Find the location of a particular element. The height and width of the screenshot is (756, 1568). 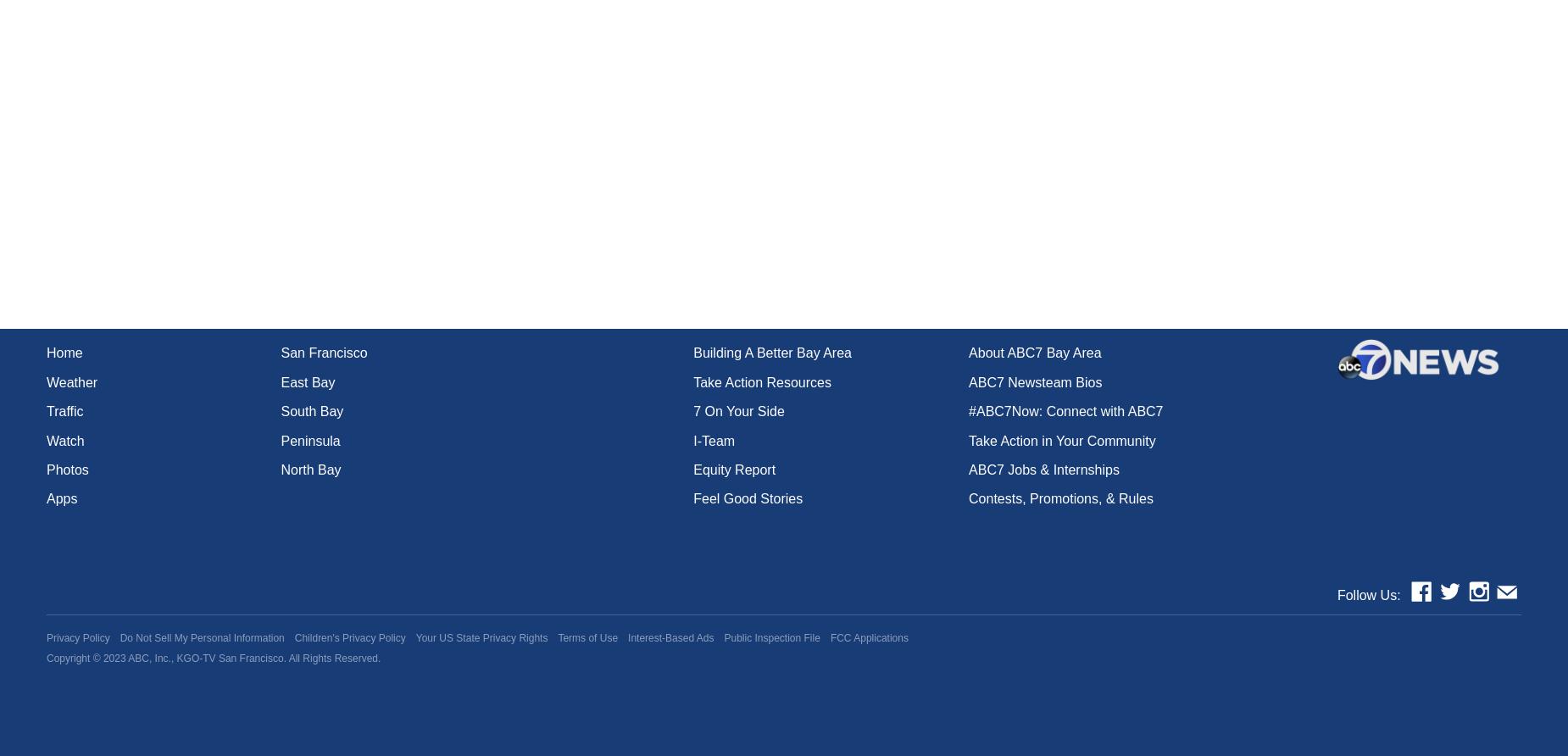

'Copyright ©' is located at coordinates (74, 659).